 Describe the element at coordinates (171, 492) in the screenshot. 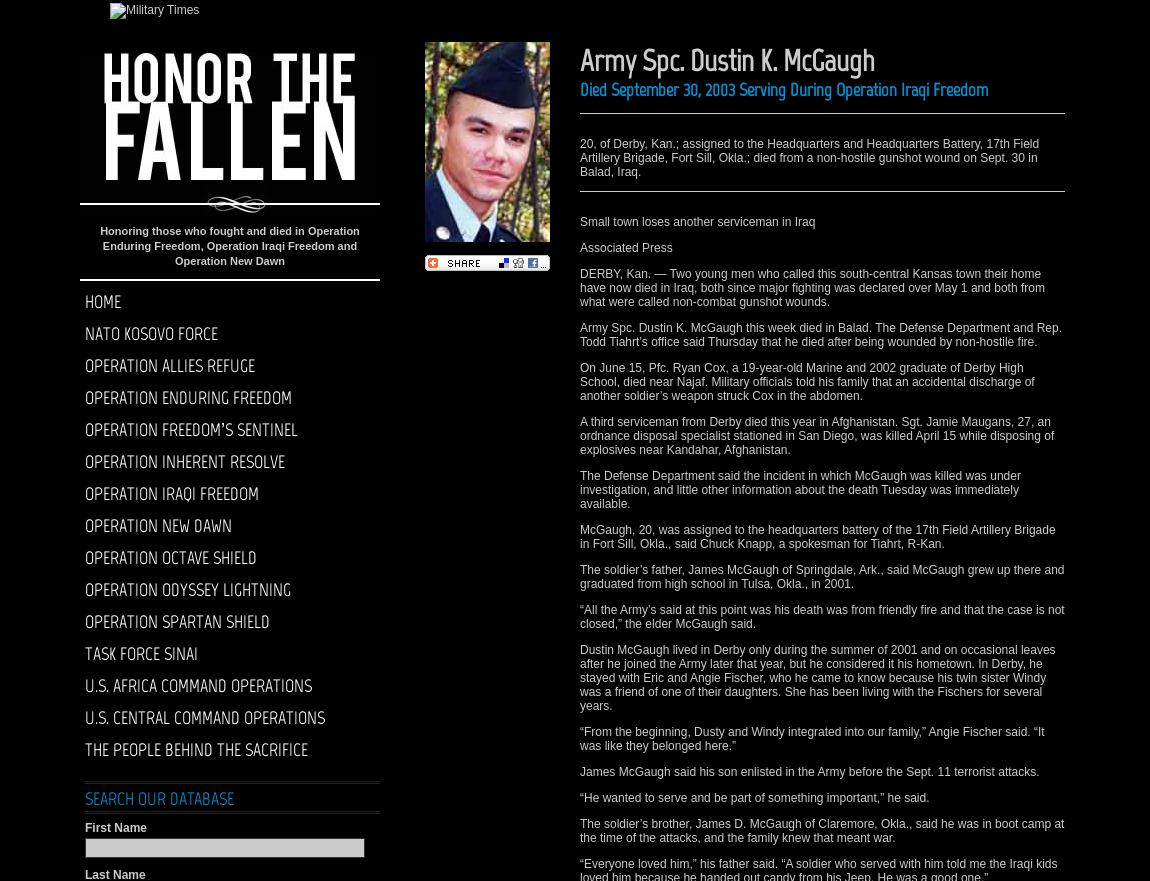

I see `'Operation Iraqi Freedom'` at that location.